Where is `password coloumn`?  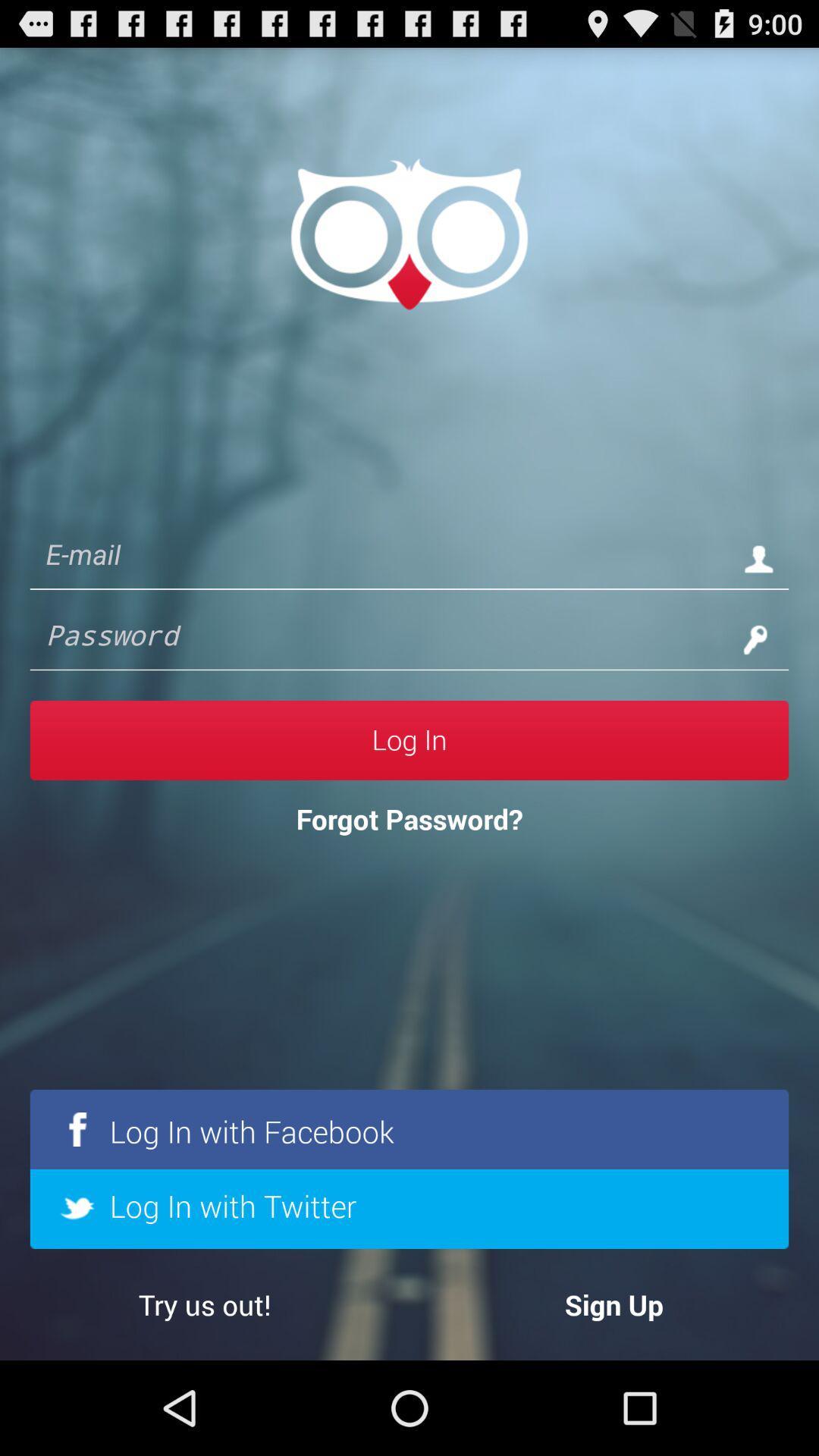
password coloumn is located at coordinates (378, 639).